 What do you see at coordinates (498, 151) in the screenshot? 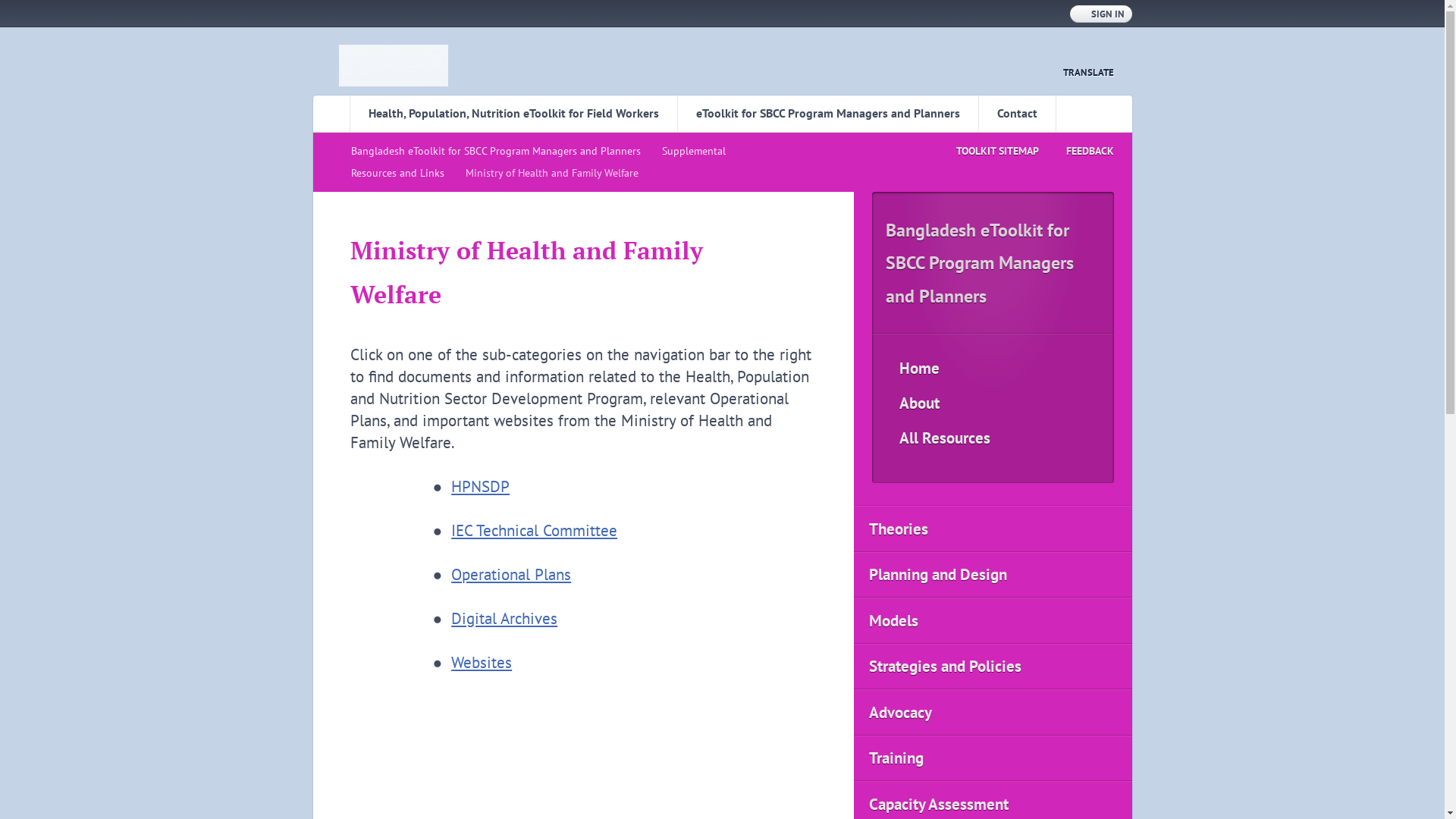
I see `'Bangladesh eToolkit for SBCC Program Managers and Planners'` at bounding box center [498, 151].